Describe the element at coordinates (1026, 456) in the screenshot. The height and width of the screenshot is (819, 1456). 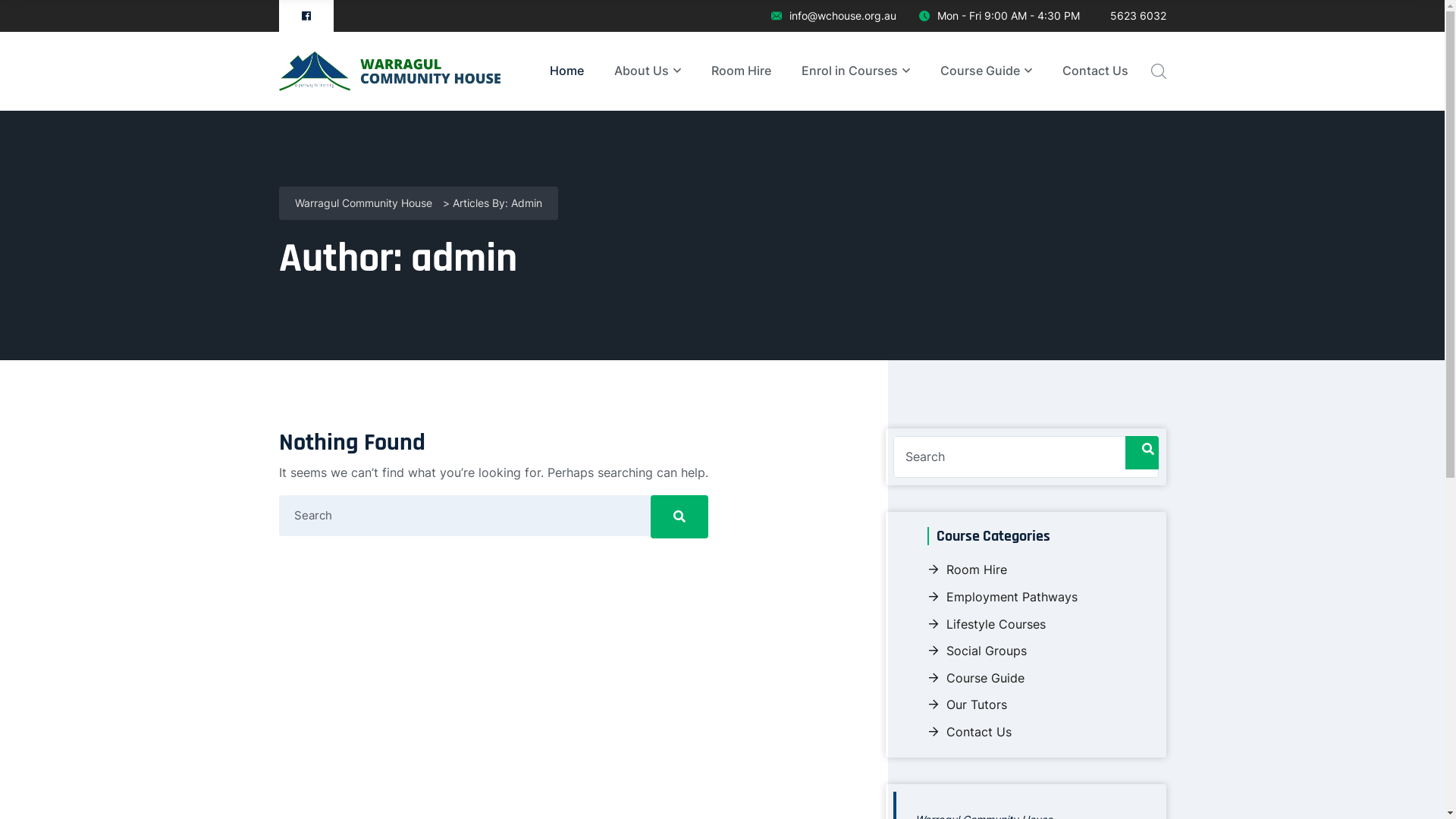
I see `'Search for:'` at that location.